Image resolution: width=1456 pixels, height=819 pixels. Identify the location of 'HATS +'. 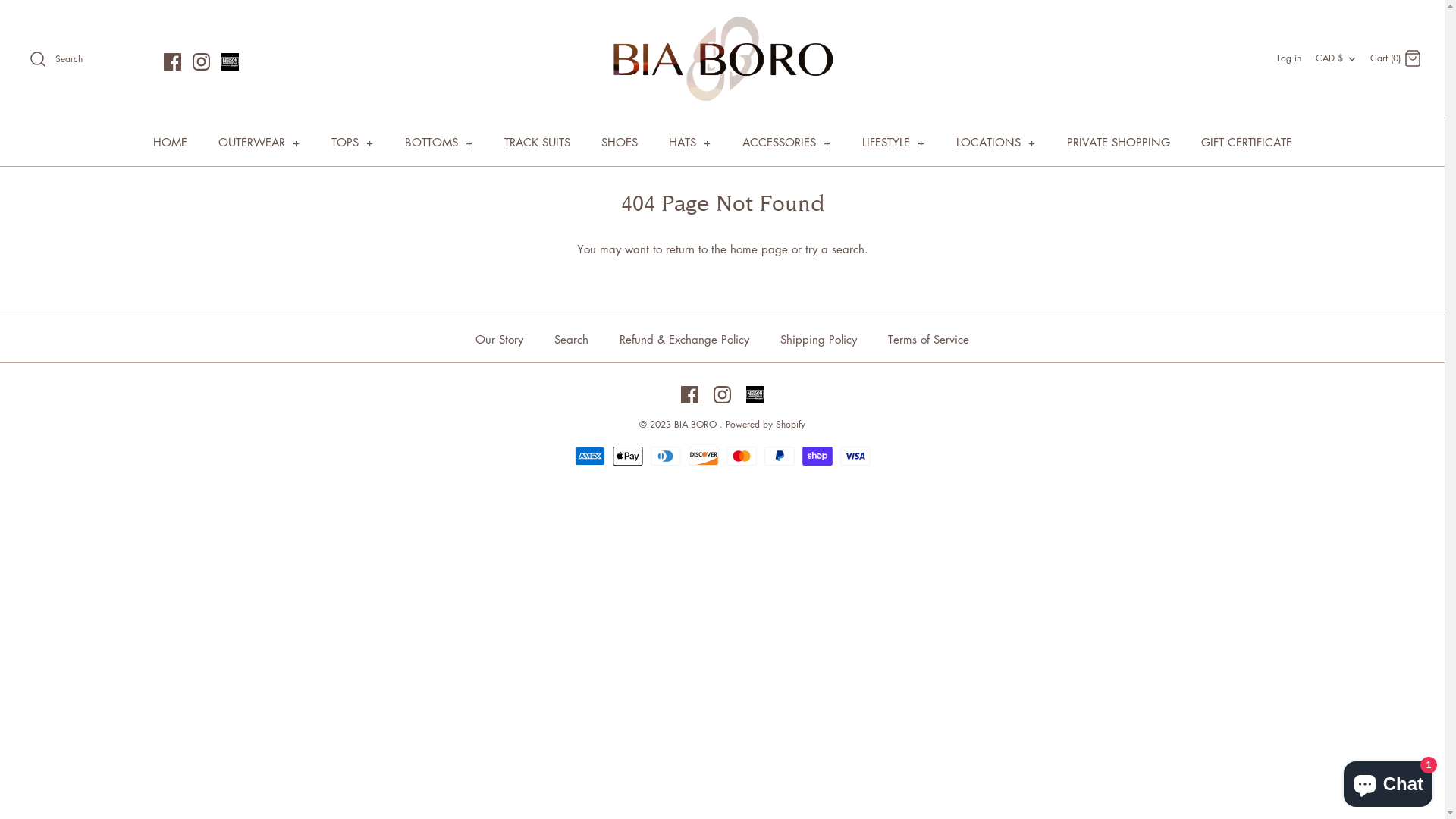
(689, 142).